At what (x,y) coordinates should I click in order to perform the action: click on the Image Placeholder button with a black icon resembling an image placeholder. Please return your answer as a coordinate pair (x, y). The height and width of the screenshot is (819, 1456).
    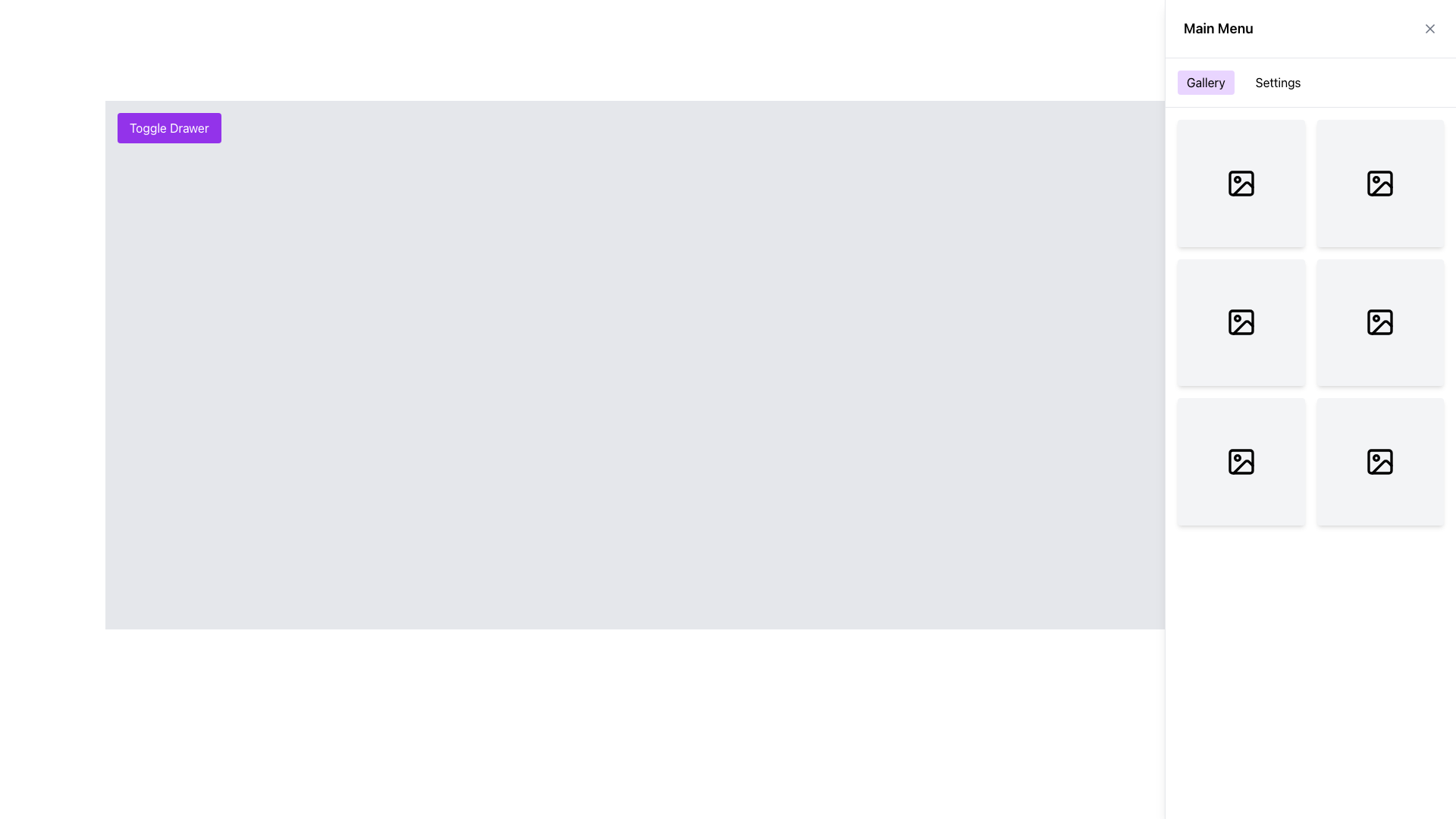
    Looking at the image, I should click on (1380, 460).